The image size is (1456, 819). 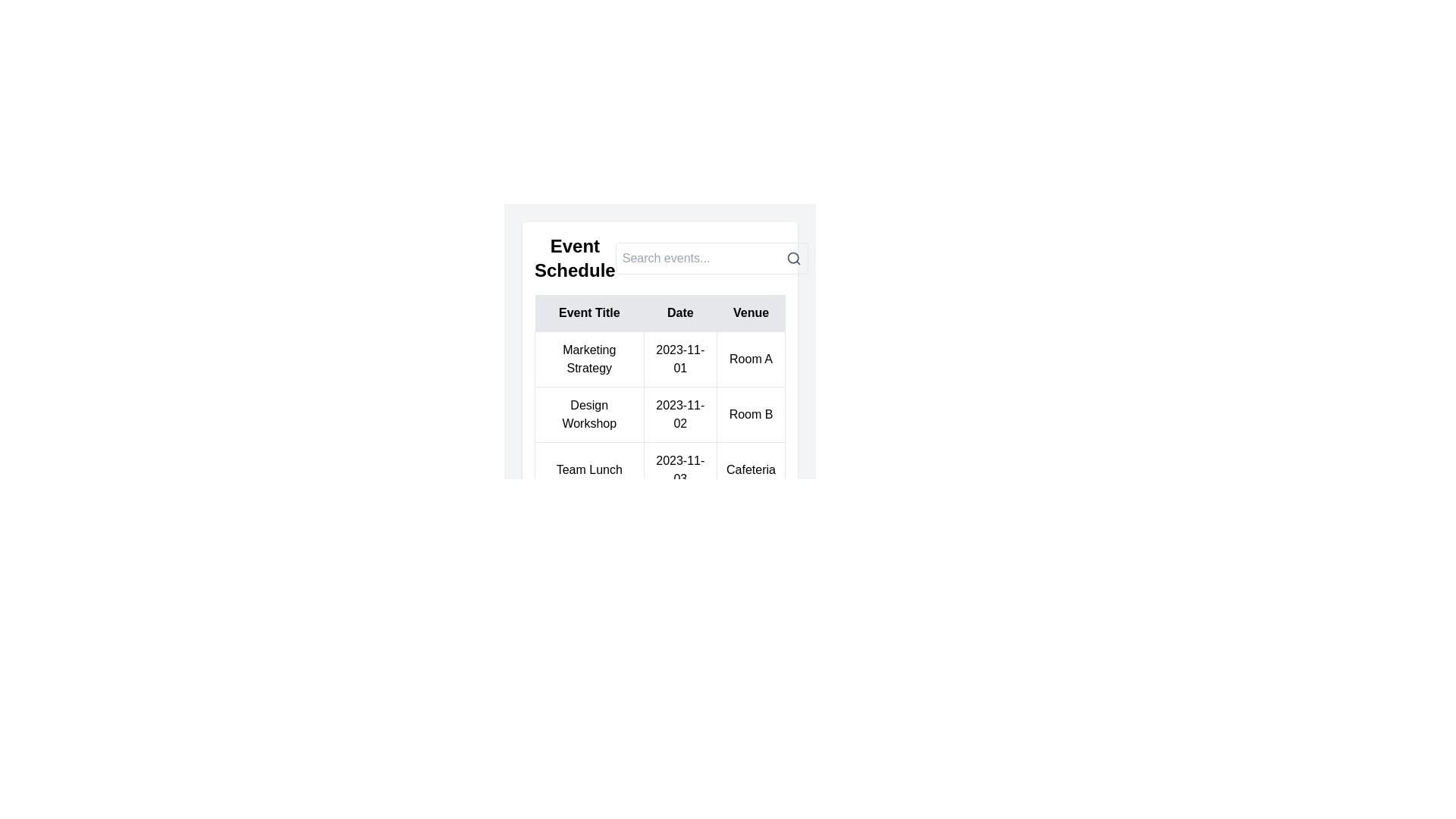 What do you see at coordinates (704, 525) in the screenshot?
I see `the first Circle SVG element located near the bottom-center of the interface, below the event schedule table` at bounding box center [704, 525].